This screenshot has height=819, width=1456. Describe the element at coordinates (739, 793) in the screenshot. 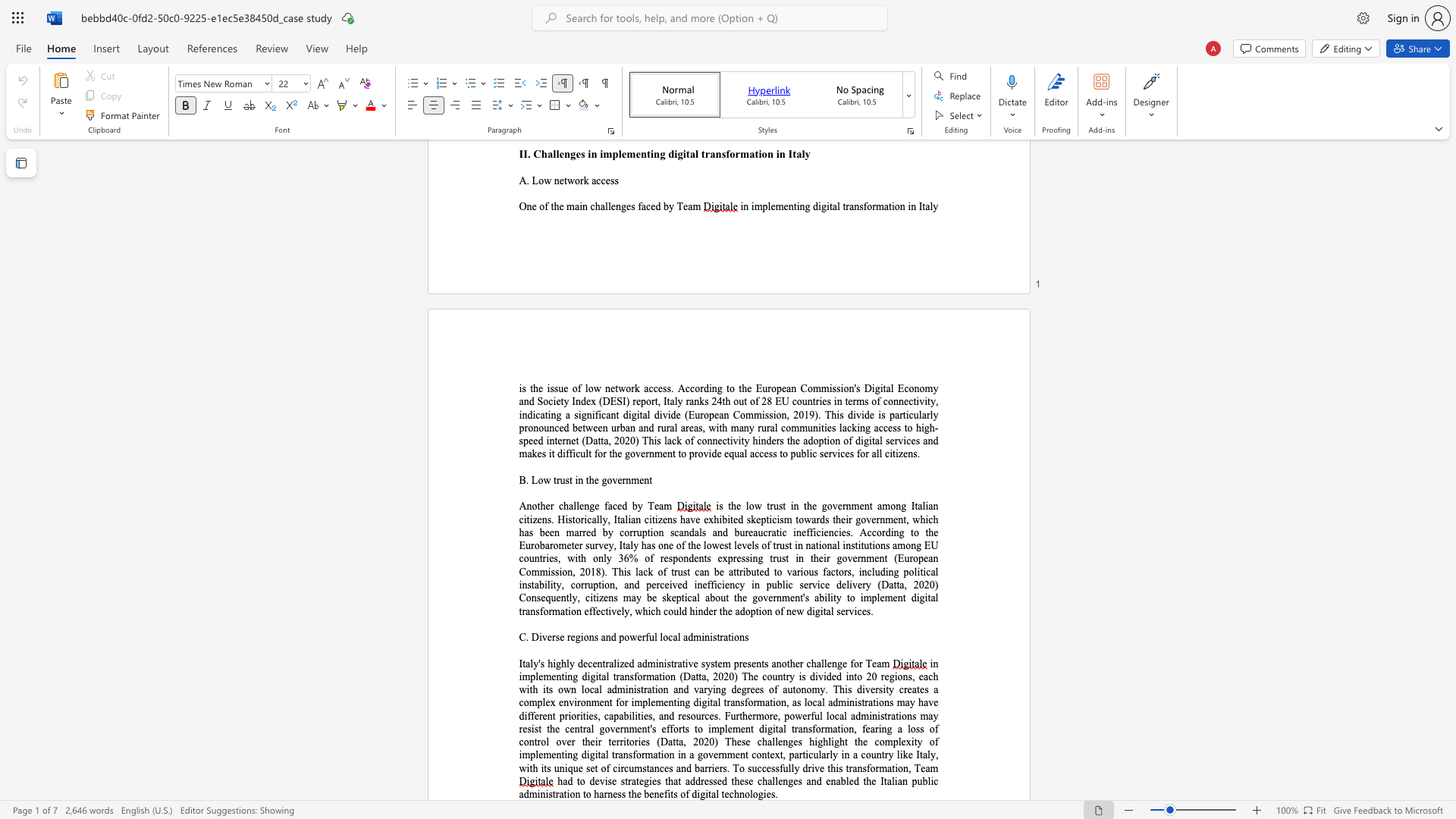

I see `the subset text "no" within the text "had to devise strategies that addressed these challenges and enabled the Italian public administration to harness the benefits of digital technologies."` at that location.